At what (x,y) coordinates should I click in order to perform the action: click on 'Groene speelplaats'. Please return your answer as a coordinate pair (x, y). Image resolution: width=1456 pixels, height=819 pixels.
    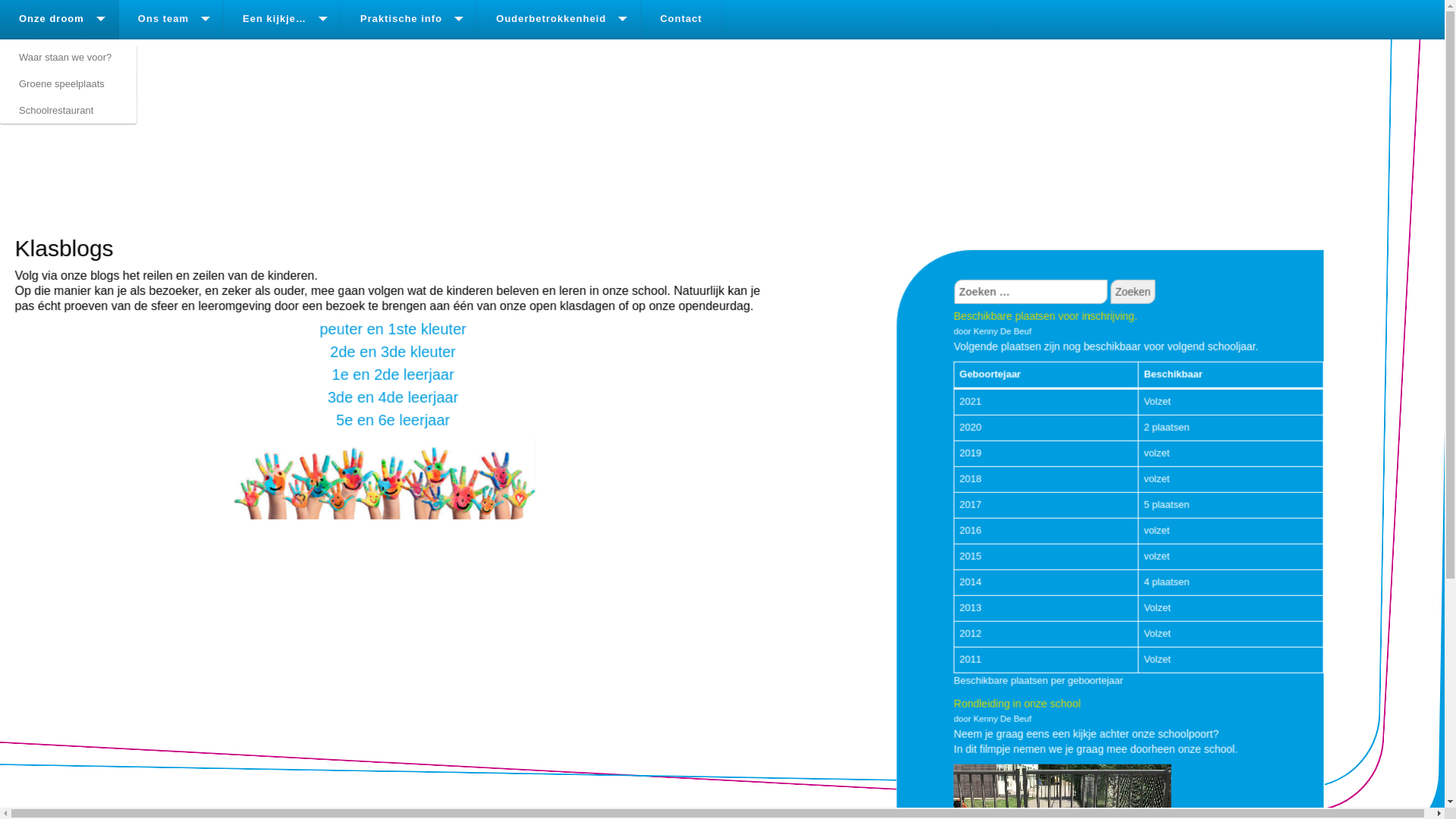
    Looking at the image, I should click on (67, 83).